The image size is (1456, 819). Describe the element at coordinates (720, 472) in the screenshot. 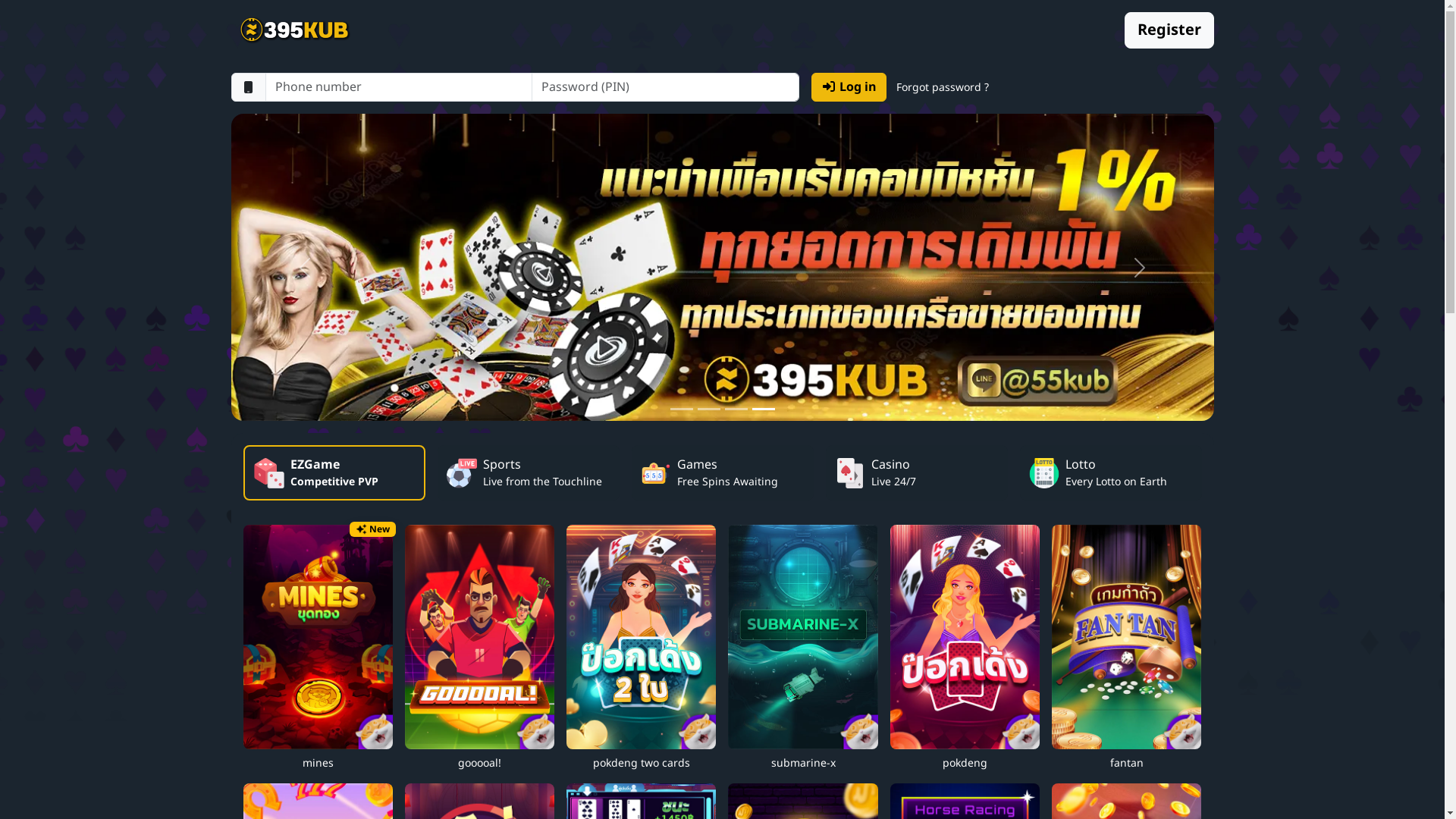

I see `'Games` at that location.